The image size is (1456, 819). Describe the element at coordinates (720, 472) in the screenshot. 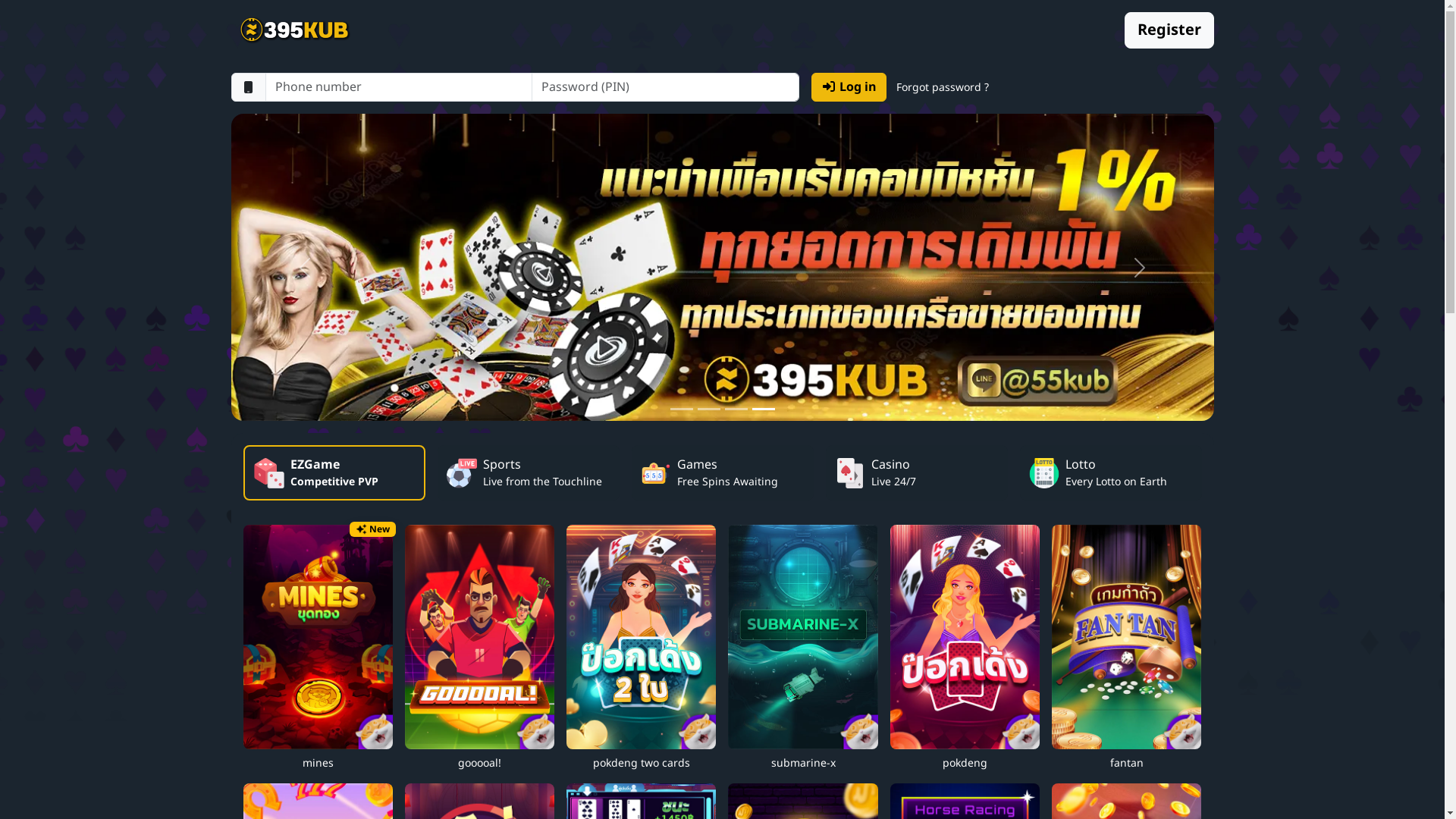

I see `'Games` at that location.